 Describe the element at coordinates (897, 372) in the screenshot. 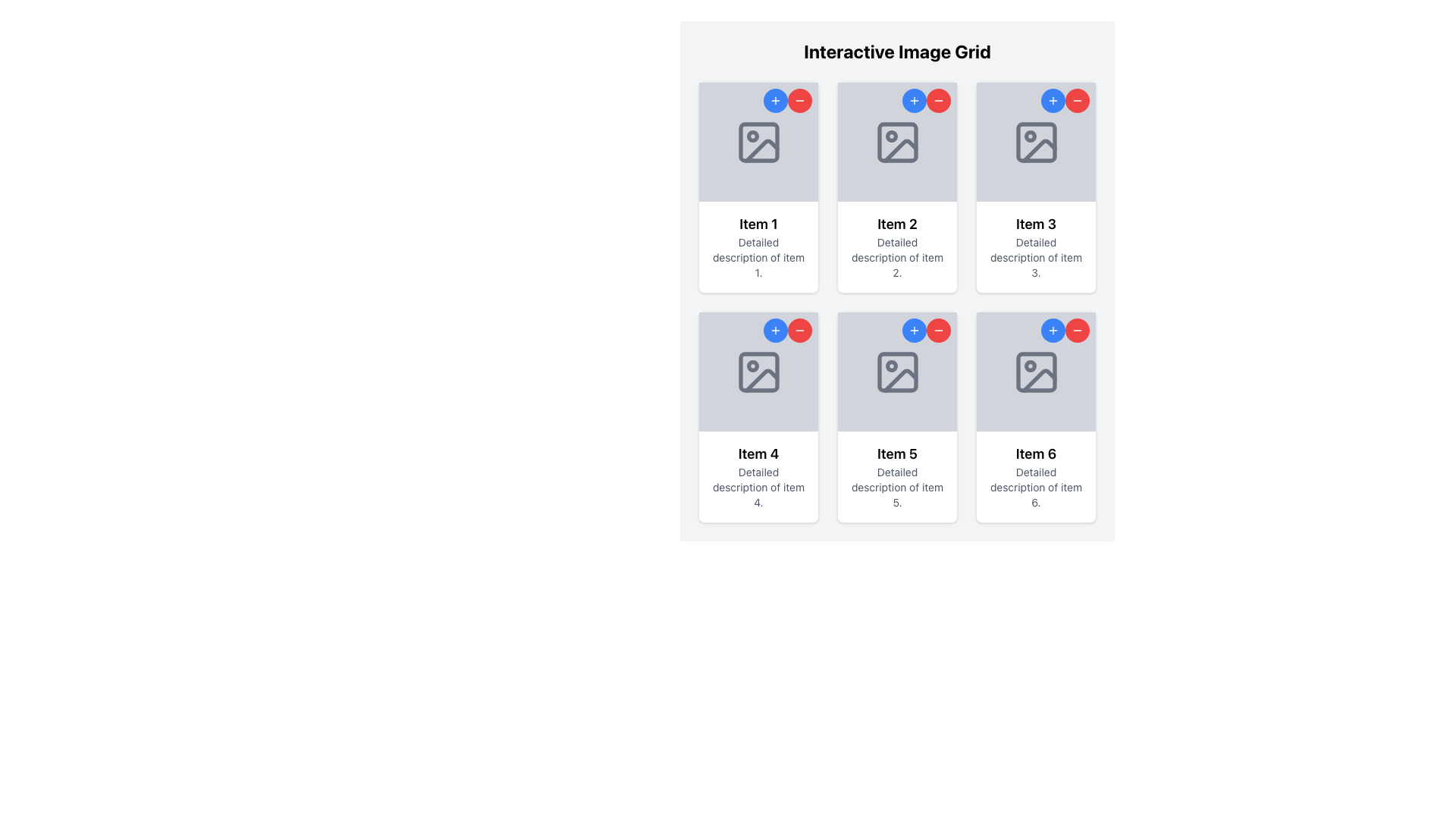

I see `the Image Placeholder located in the Interactive Image Grid, specifically in the second row and second column, featuring a light gray background and an image icon` at that location.